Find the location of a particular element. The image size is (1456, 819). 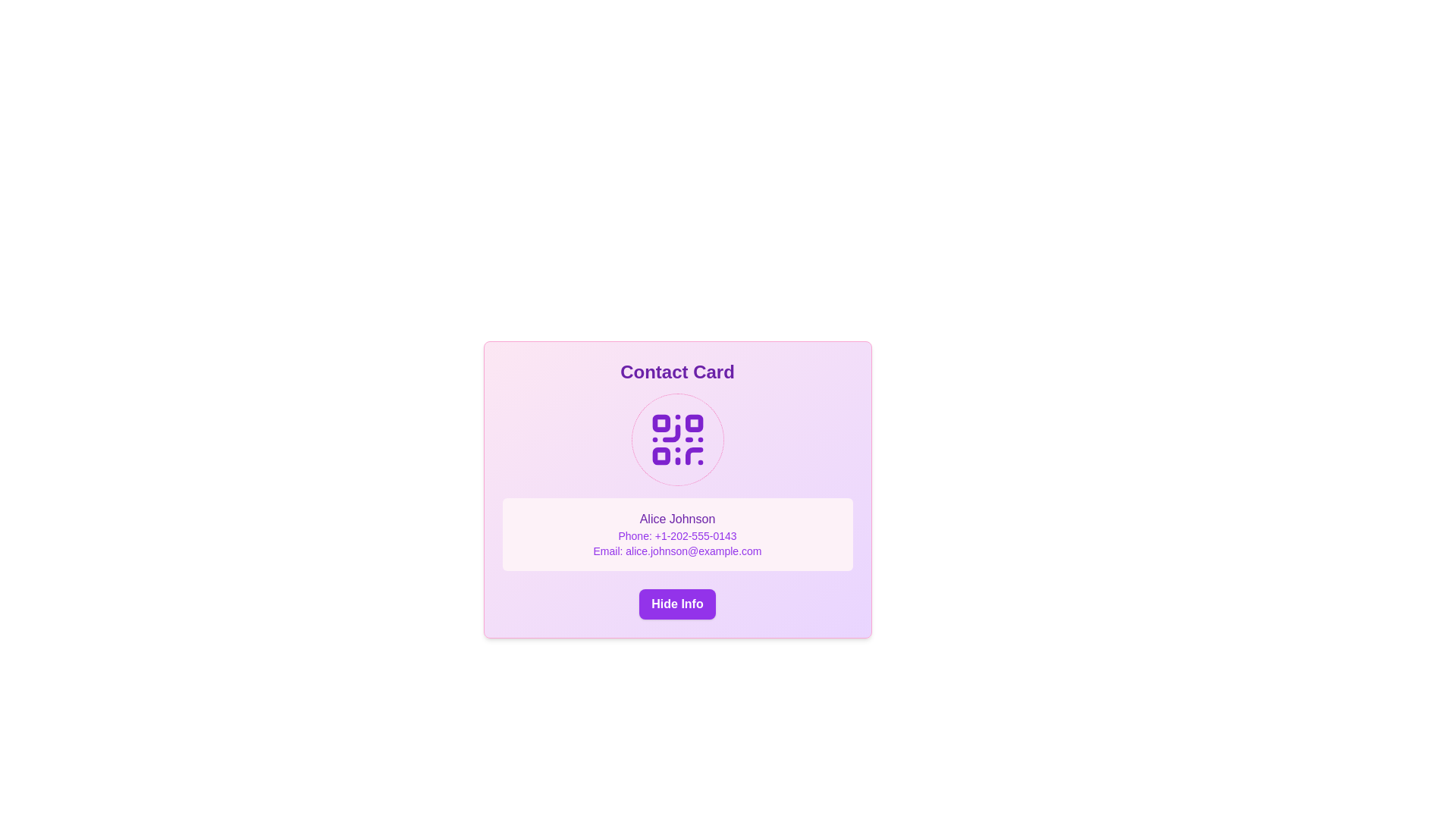

the decorative vector graphic segment located at the bottom-right corner of the QR code illustration is located at coordinates (693, 455).